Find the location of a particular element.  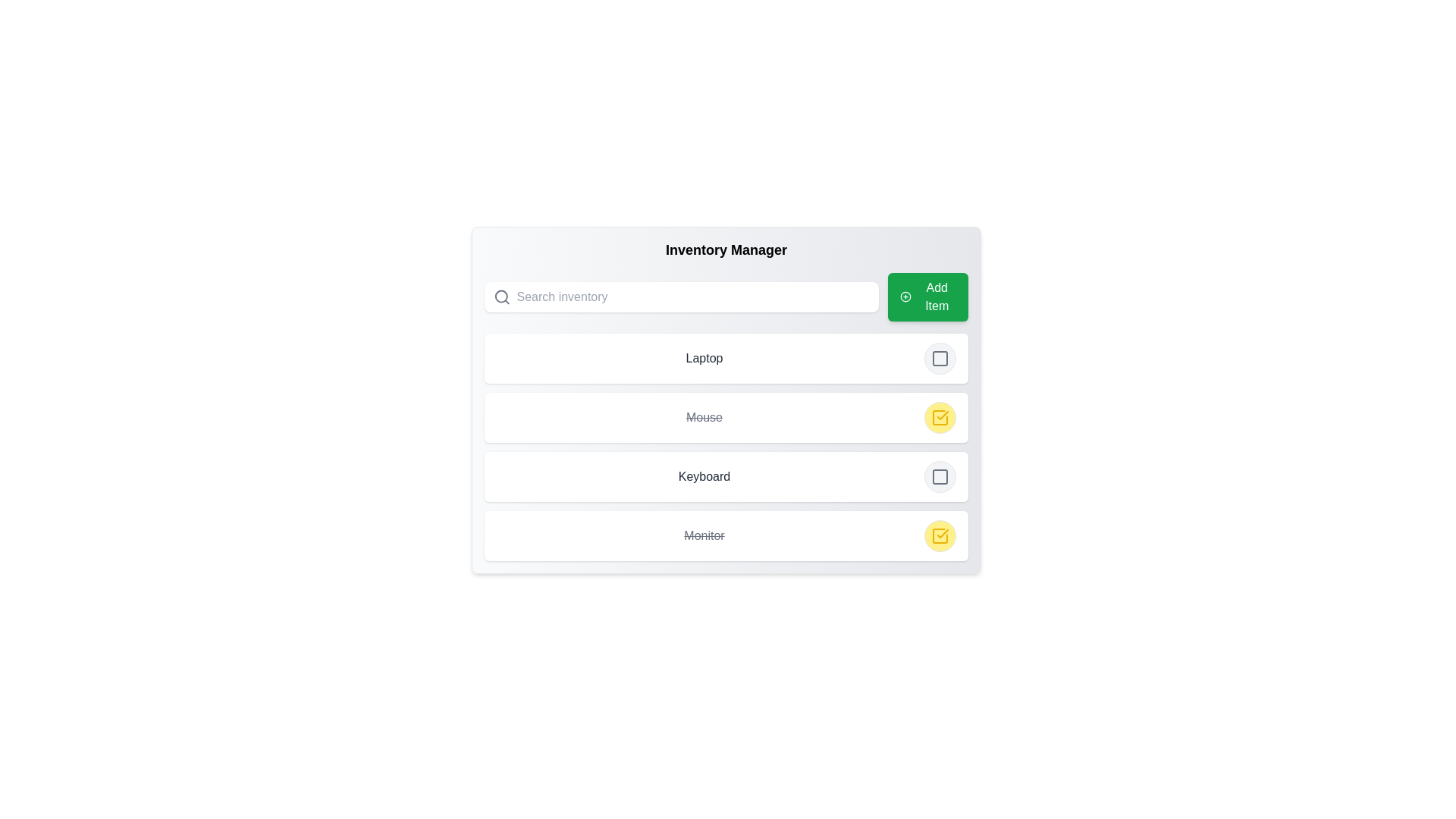

the decorative search icon located at the left end of the search bar, preceding the placeholder text 'Search inventory' is located at coordinates (502, 297).